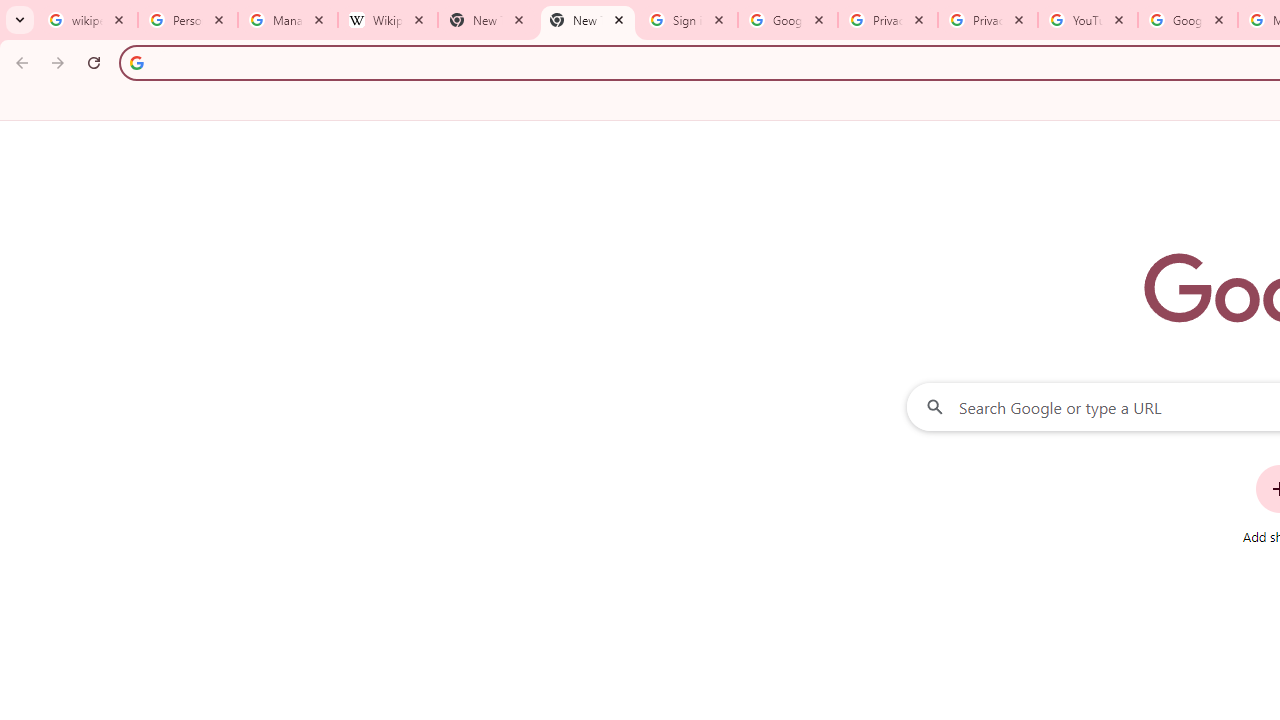 This screenshot has height=720, width=1280. Describe the element at coordinates (387, 20) in the screenshot. I see `'Wikipedia:Edit requests - Wikipedia'` at that location.